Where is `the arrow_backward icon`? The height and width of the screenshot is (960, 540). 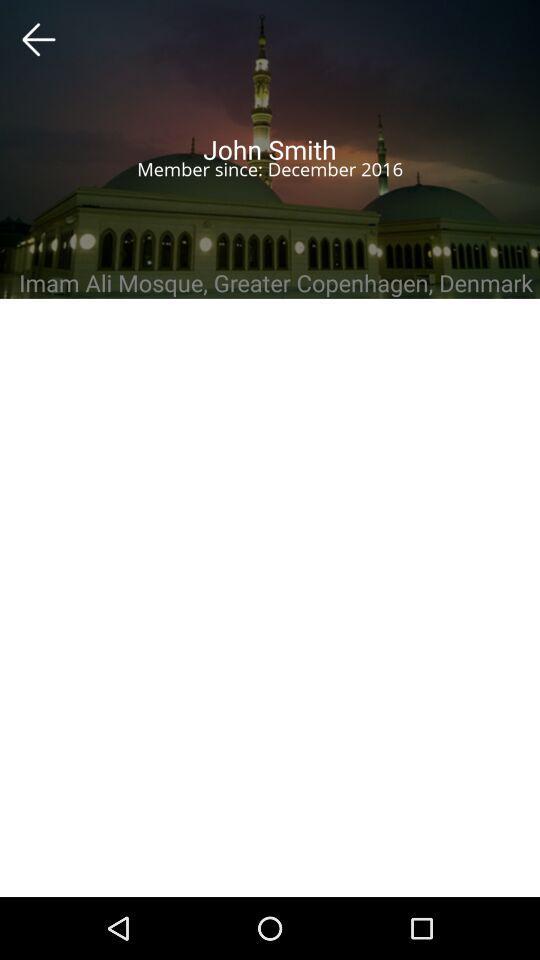 the arrow_backward icon is located at coordinates (39, 38).